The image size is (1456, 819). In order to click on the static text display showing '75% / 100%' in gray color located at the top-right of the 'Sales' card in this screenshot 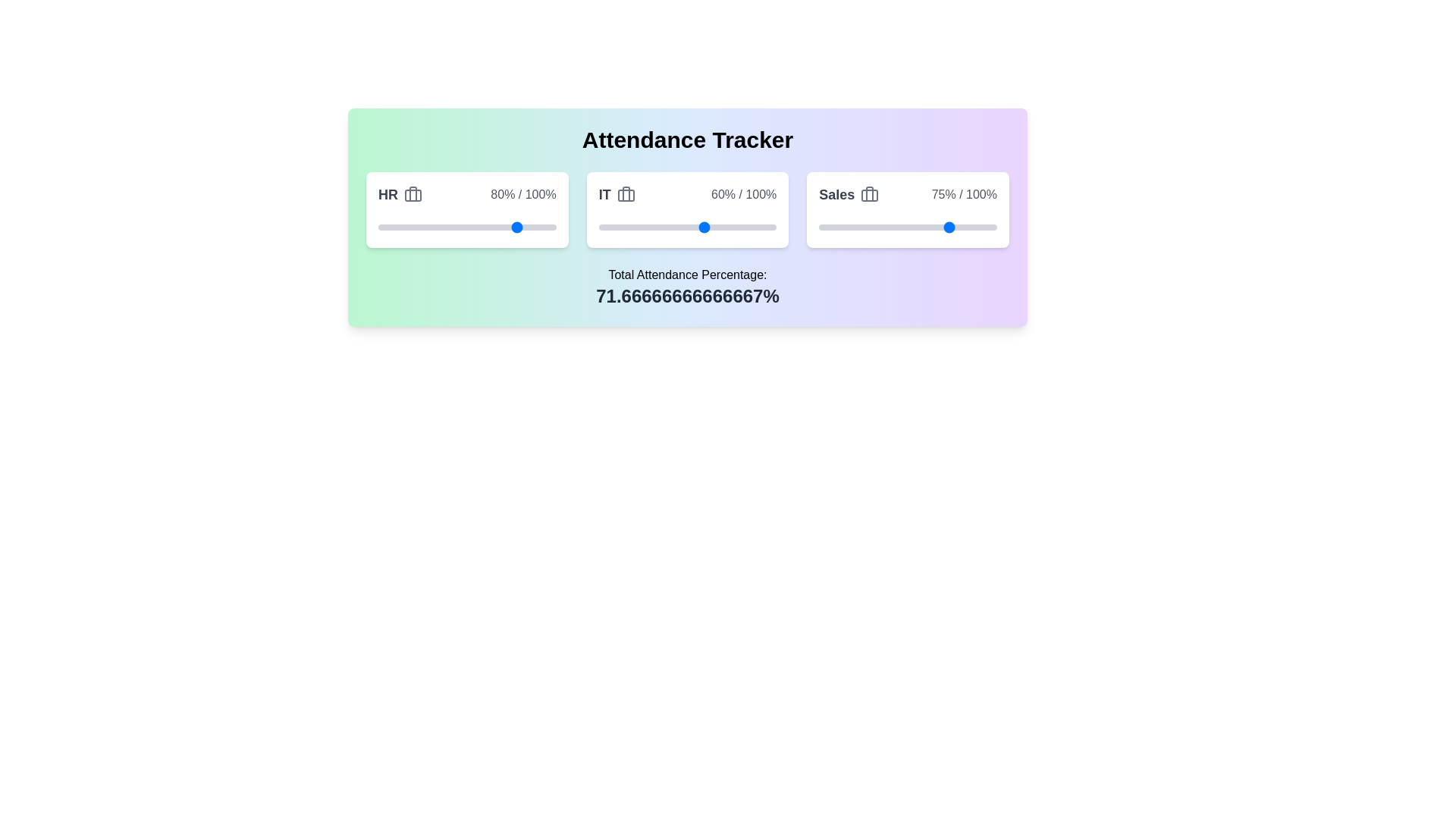, I will do `click(963, 194)`.